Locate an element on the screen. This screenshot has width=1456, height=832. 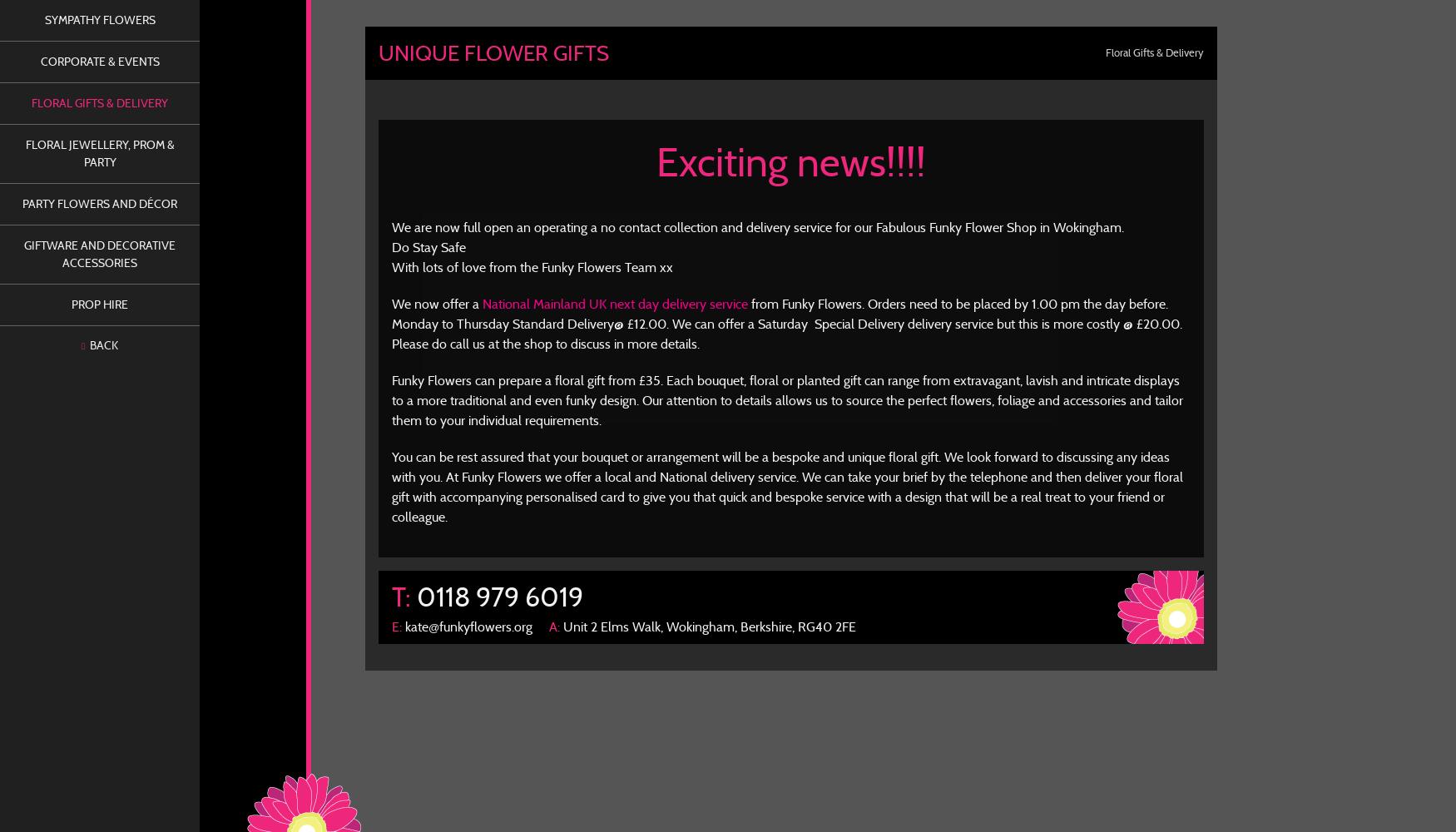
'Saturday  Special Delivery delivery service but this is more costly @ £20.00.' is located at coordinates (969, 324).